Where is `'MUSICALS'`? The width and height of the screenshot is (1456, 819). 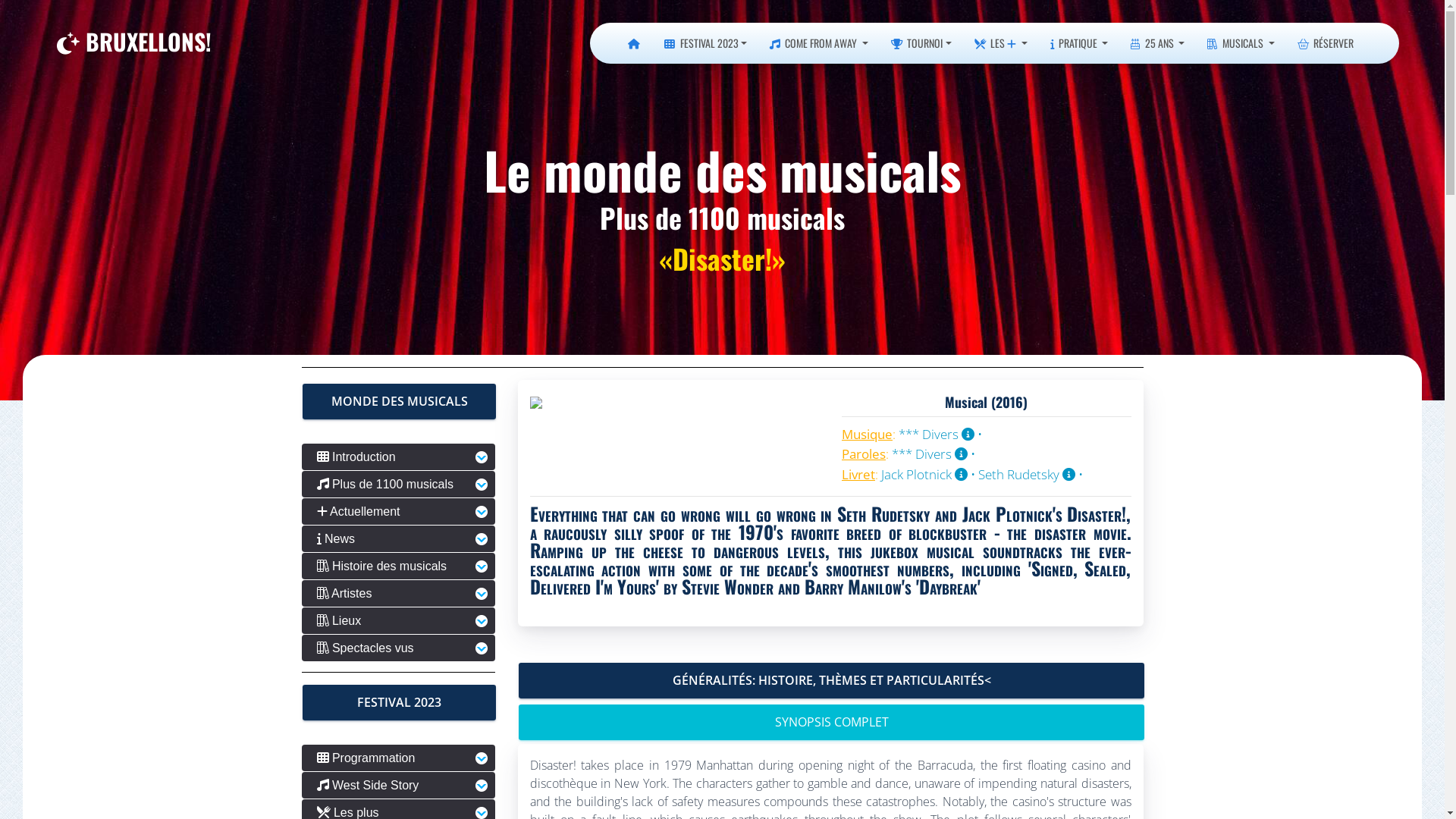
'MUSICALS' is located at coordinates (1241, 42).